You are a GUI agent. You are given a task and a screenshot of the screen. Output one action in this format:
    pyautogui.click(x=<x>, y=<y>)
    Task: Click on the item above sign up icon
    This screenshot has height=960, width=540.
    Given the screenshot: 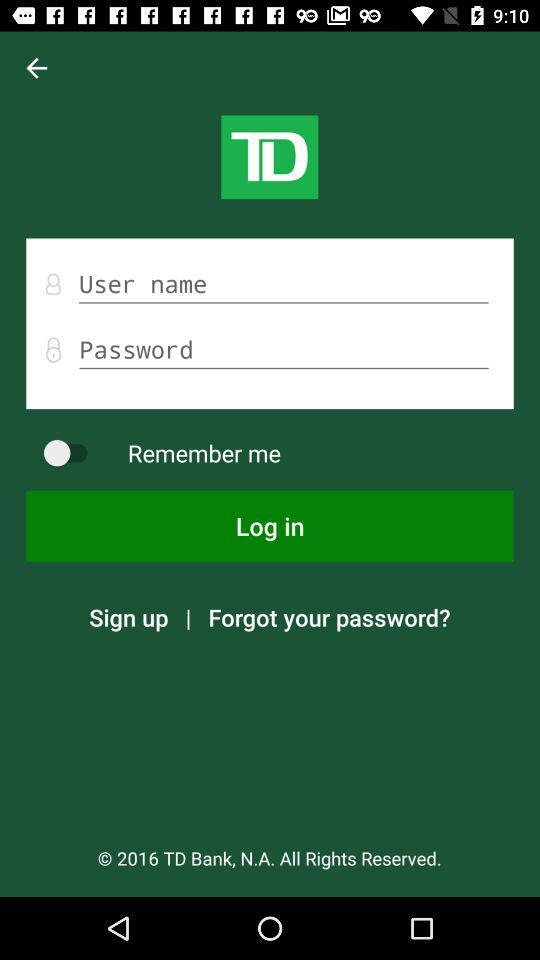 What is the action you would take?
    pyautogui.click(x=270, y=525)
    